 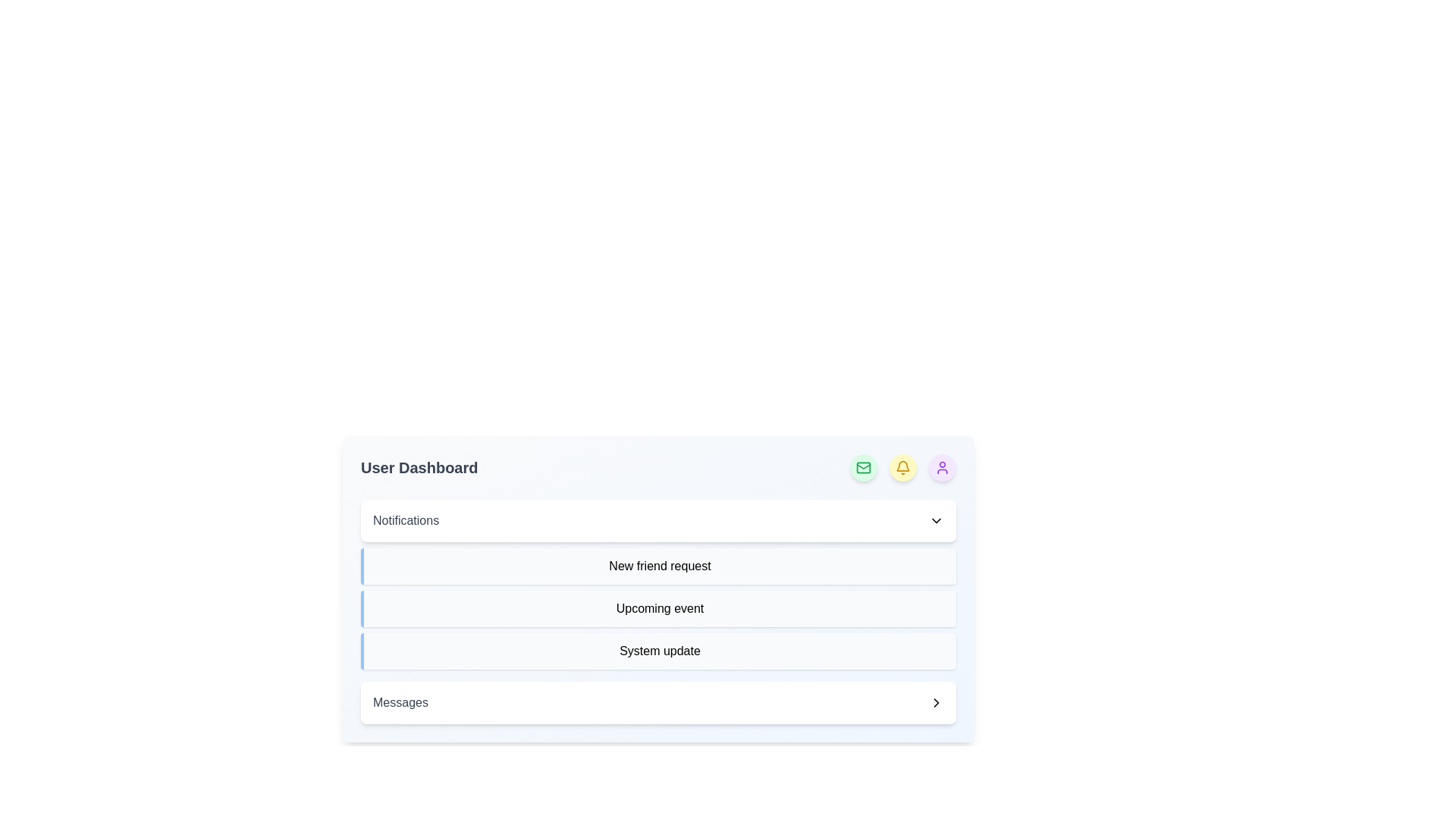 What do you see at coordinates (658, 702) in the screenshot?
I see `the last notification button` at bounding box center [658, 702].